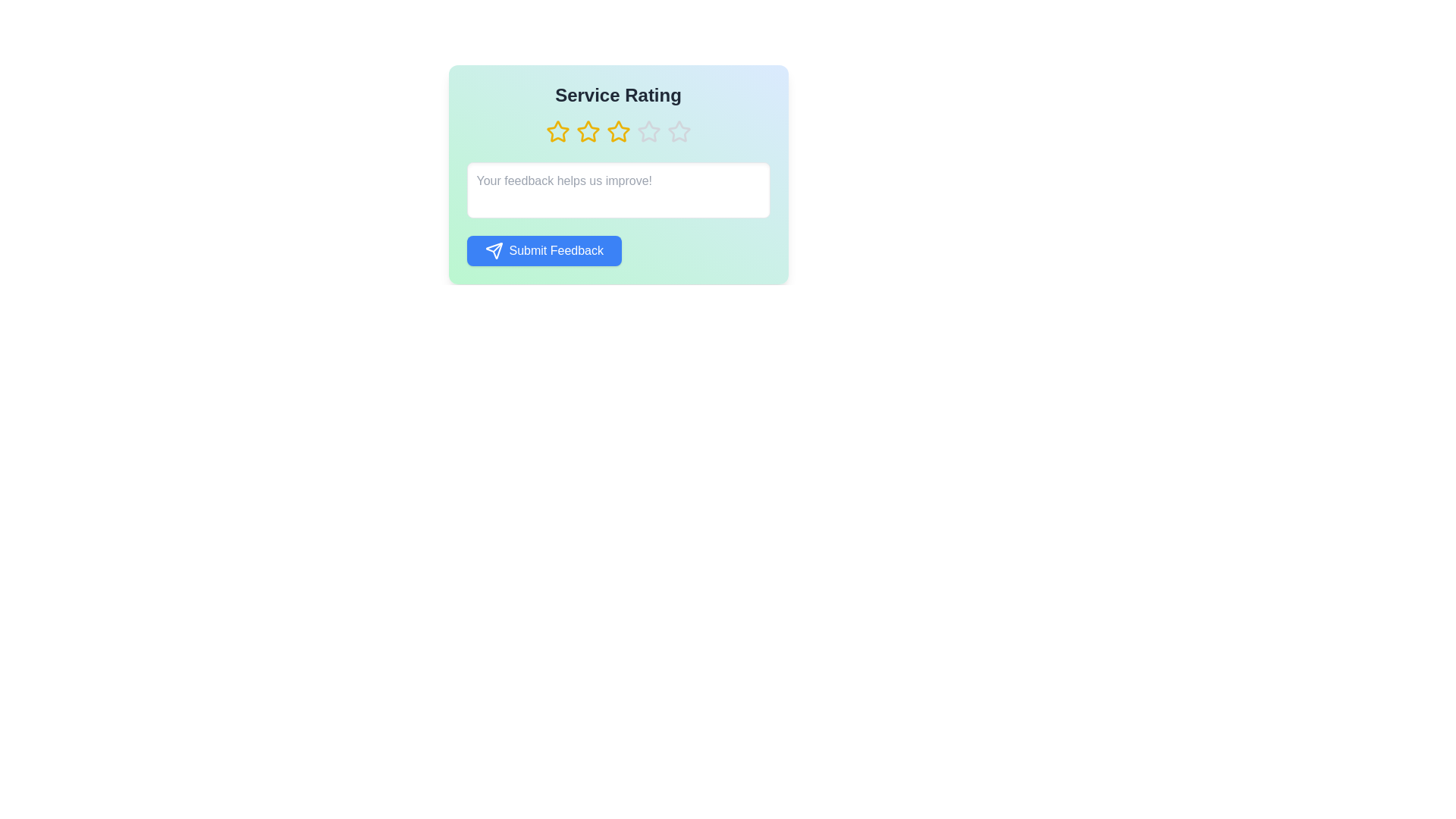 The image size is (1456, 819). I want to click on the blue 'Submit Feedback' button with rounded corners, which is located beneath the feedback input area in the 'Service Rating' box, so click(618, 250).